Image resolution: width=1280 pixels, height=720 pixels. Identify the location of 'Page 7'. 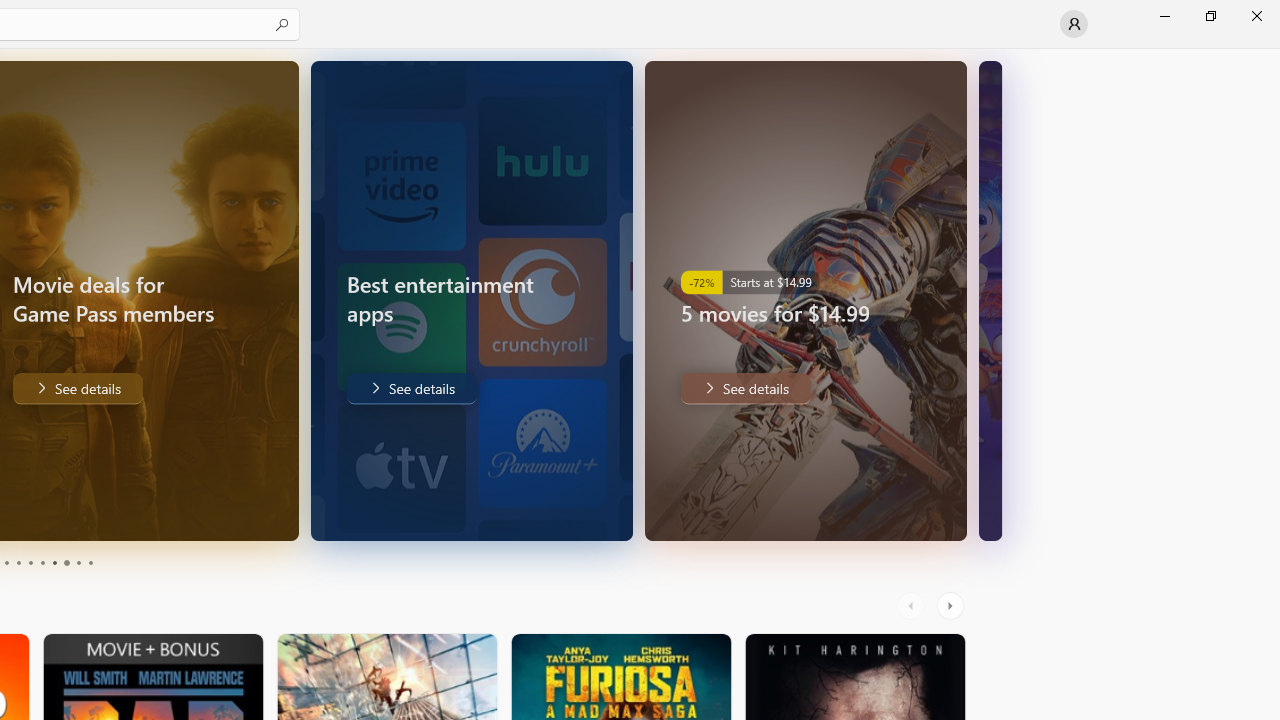
(54, 563).